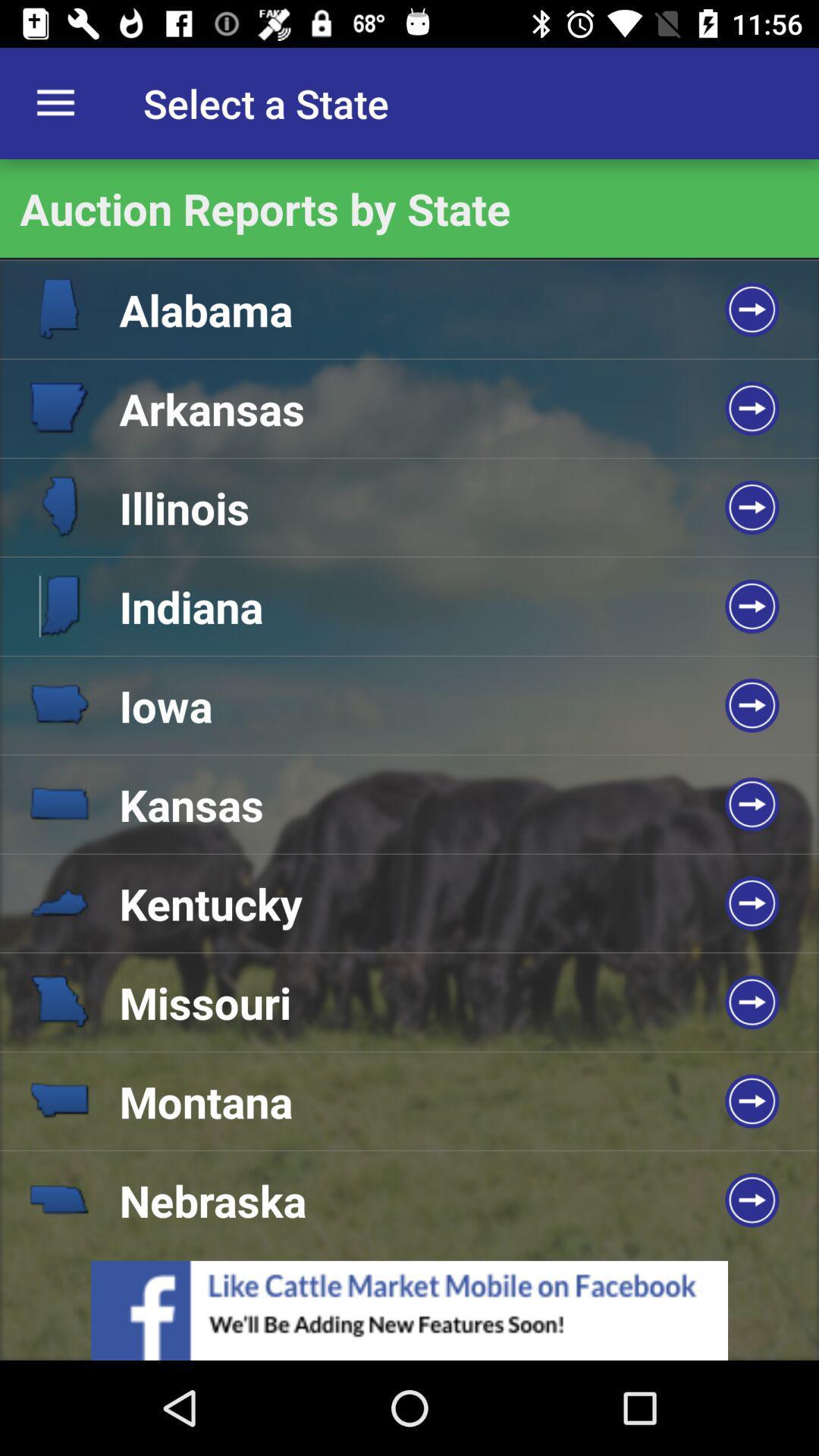  I want to click on the arrow right to missouri, so click(752, 1002).